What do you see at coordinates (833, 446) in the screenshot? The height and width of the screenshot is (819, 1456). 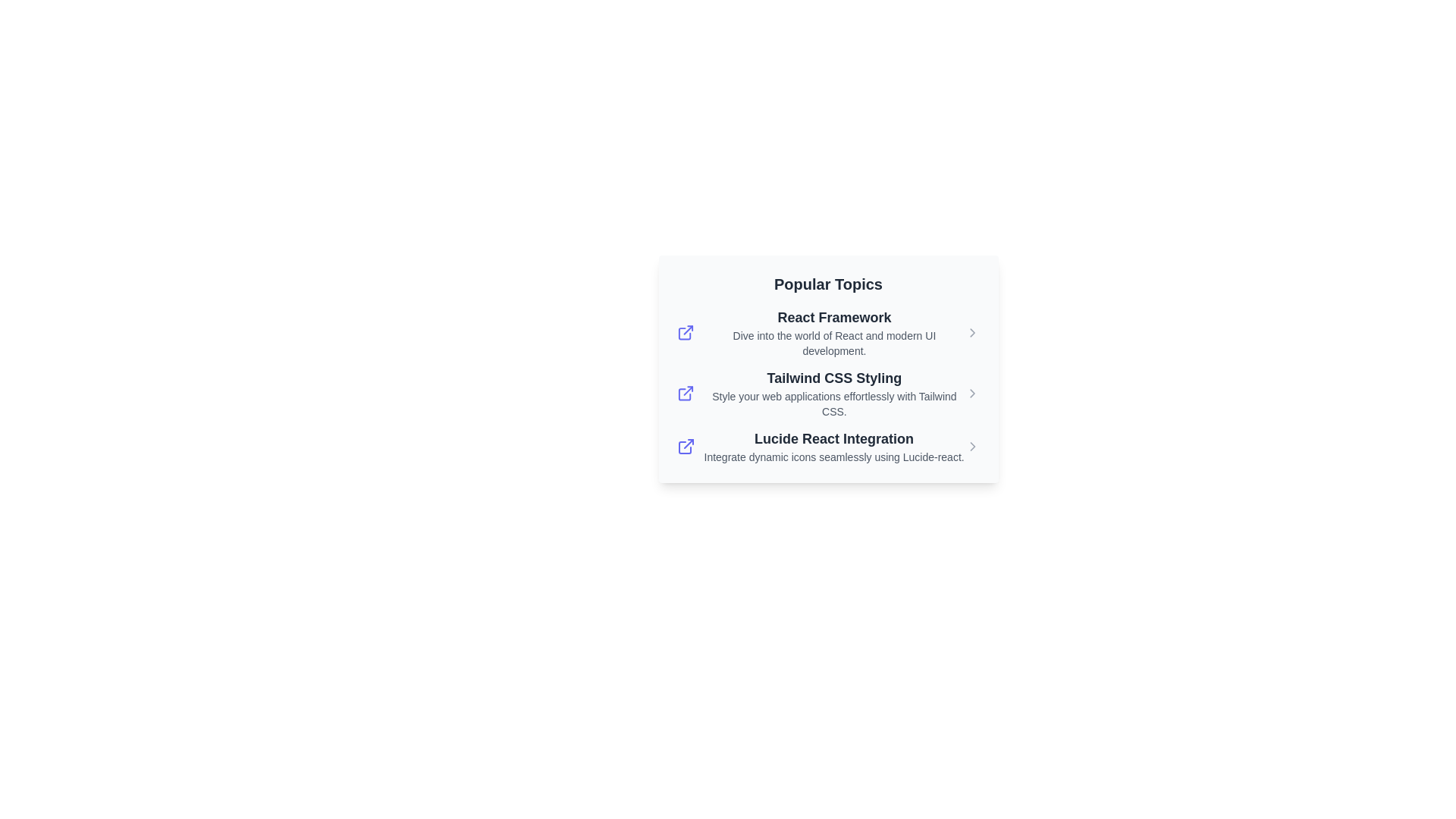 I see `the group of linked text items titled 'Lucide React Integration'` at bounding box center [833, 446].